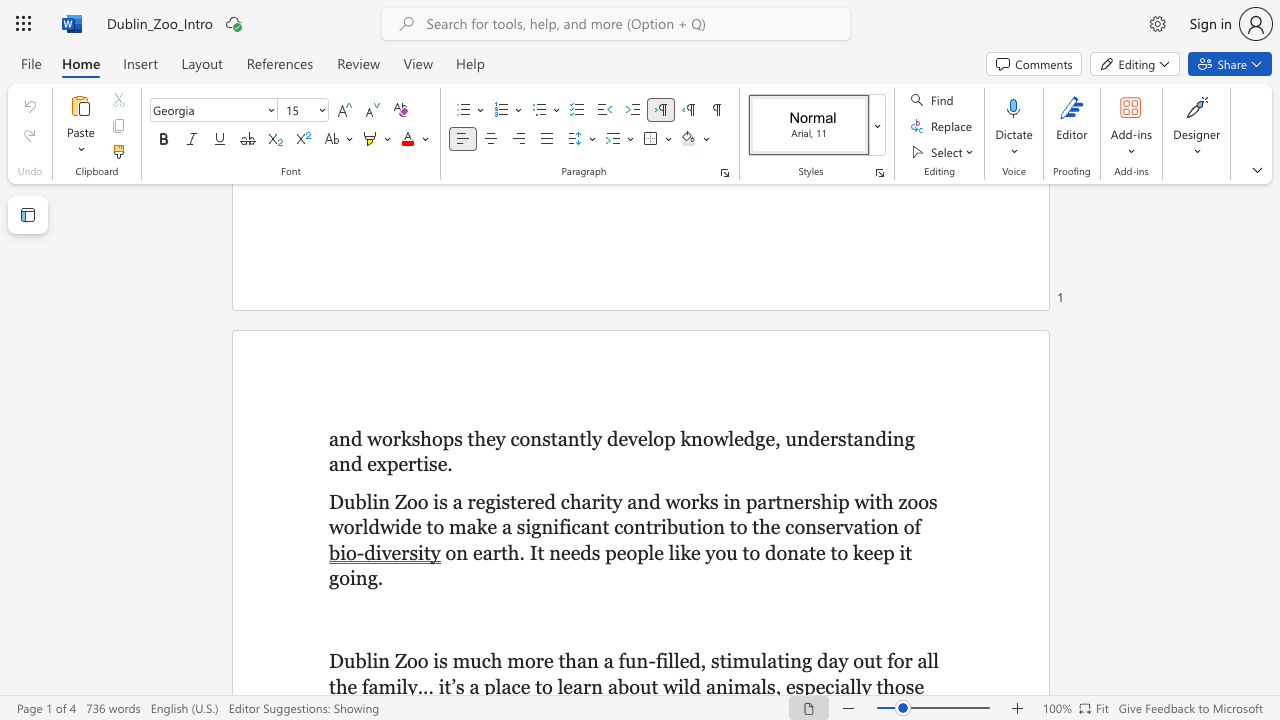 This screenshot has height=720, width=1280. What do you see at coordinates (473, 437) in the screenshot?
I see `the subset text "hey constantly devel" within the text "and workshops they constantly develo"` at bounding box center [473, 437].